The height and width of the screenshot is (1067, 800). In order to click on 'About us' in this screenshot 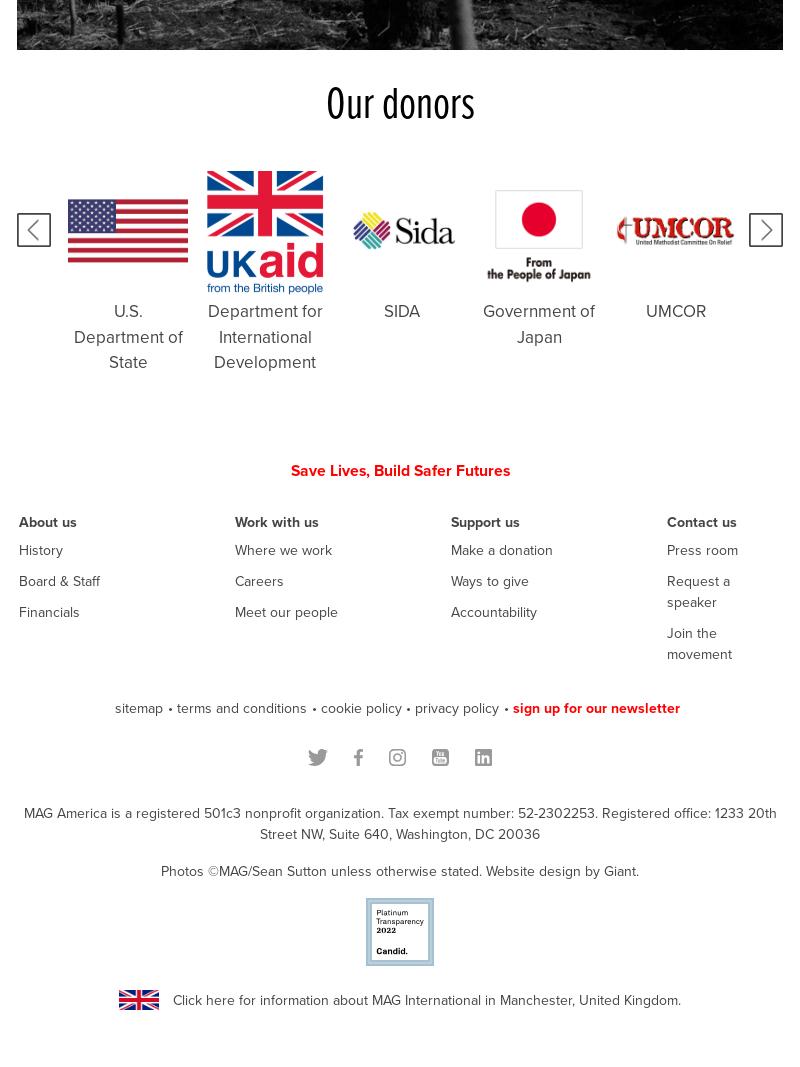, I will do `click(45, 521)`.